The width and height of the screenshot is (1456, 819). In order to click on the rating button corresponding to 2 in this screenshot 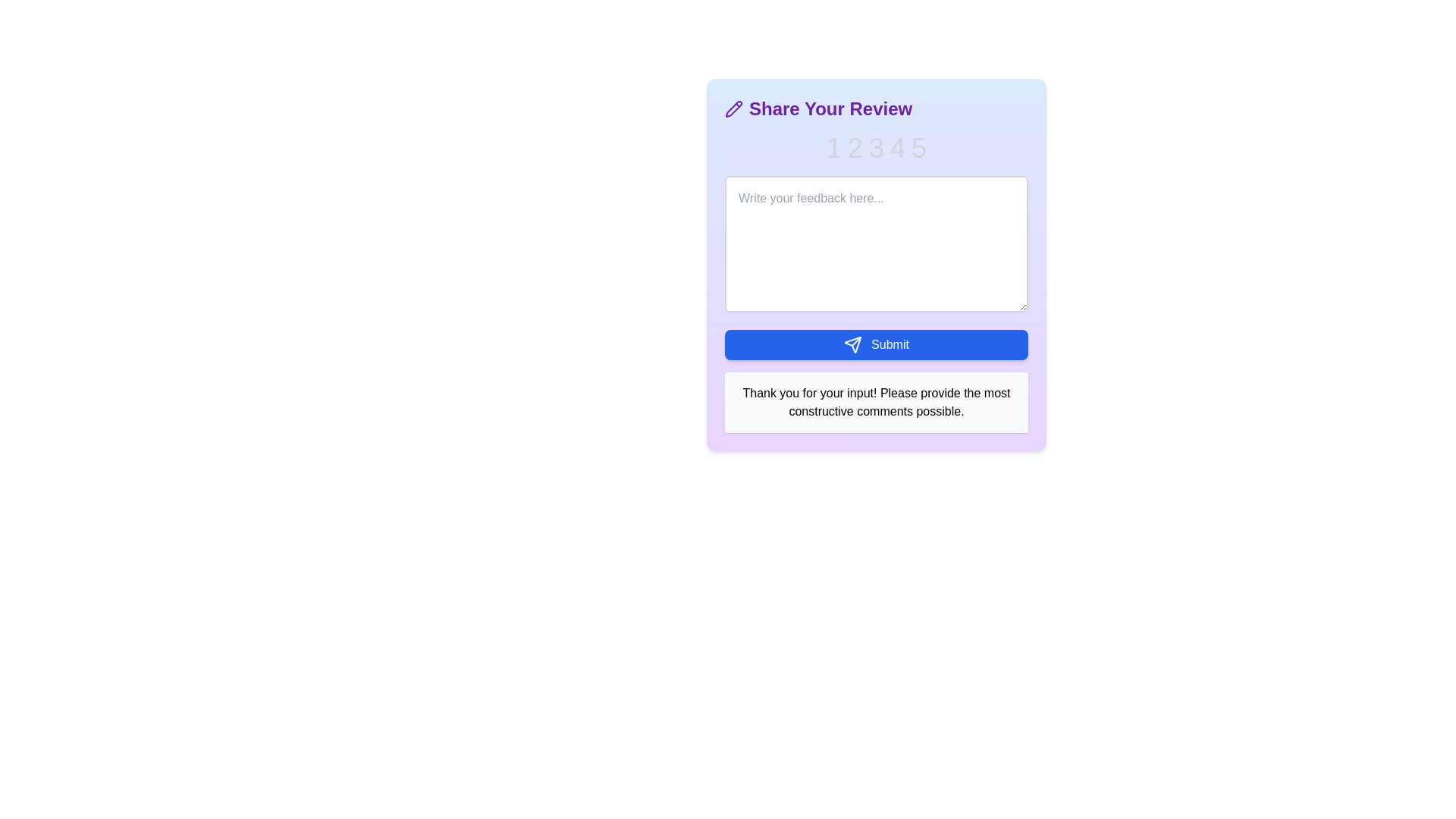, I will do `click(855, 149)`.